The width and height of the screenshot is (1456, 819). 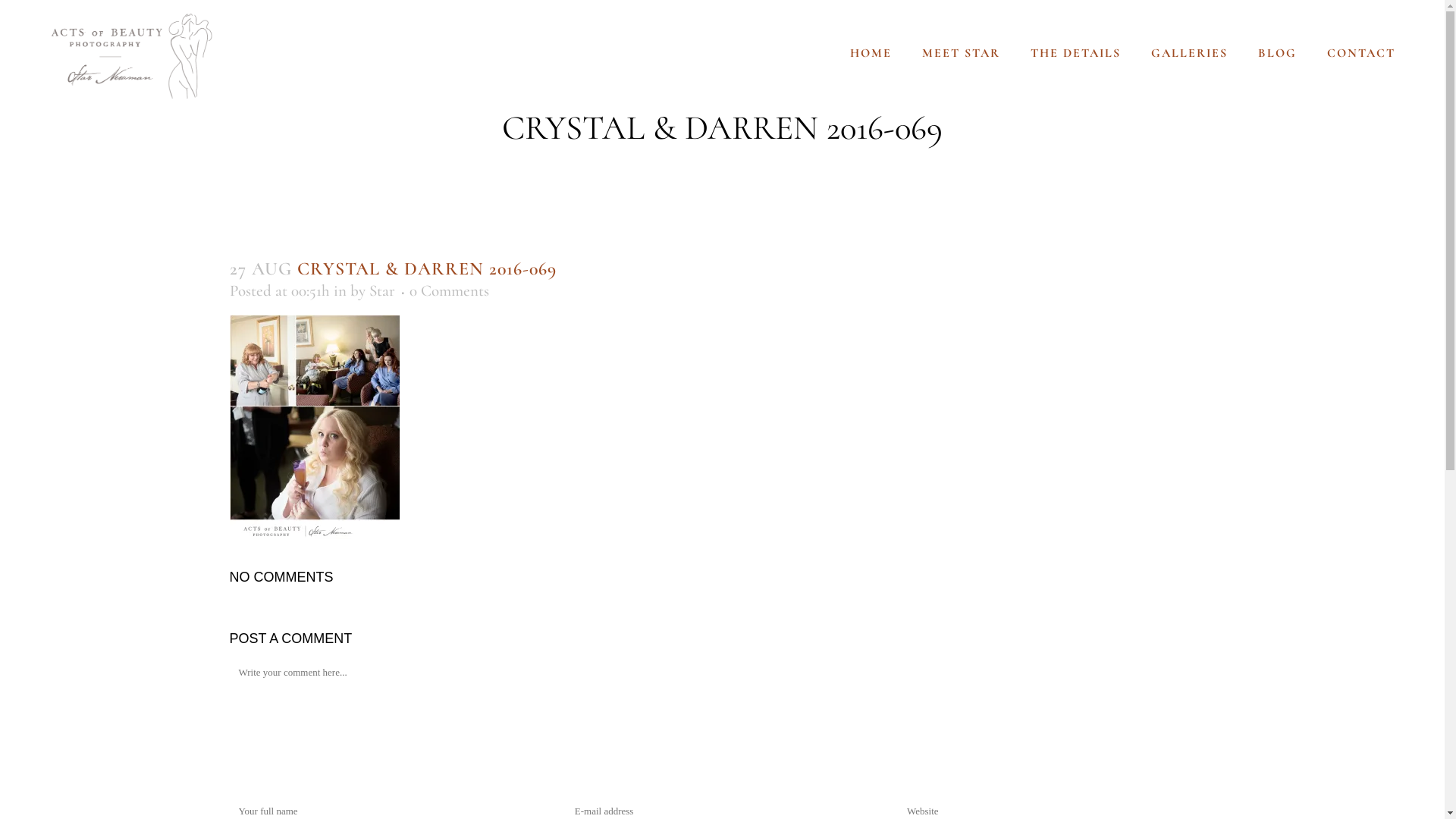 What do you see at coordinates (960, 52) in the screenshot?
I see `'MEET STAR'` at bounding box center [960, 52].